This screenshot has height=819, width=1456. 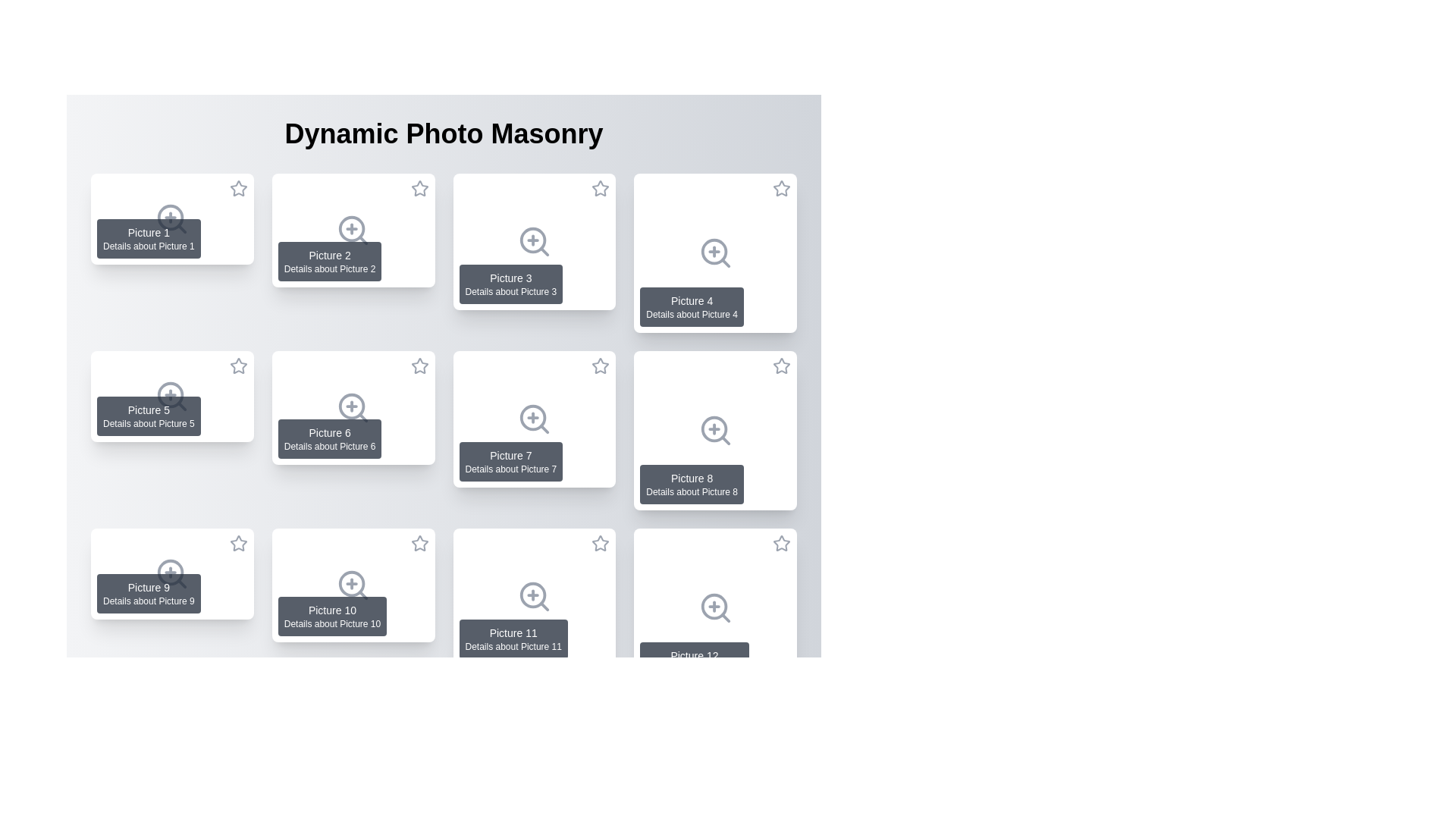 I want to click on the Card element representing an item in the gallery layout, located in the thirteenth position of the grid in the bottom-left quadrant, so click(x=172, y=752).